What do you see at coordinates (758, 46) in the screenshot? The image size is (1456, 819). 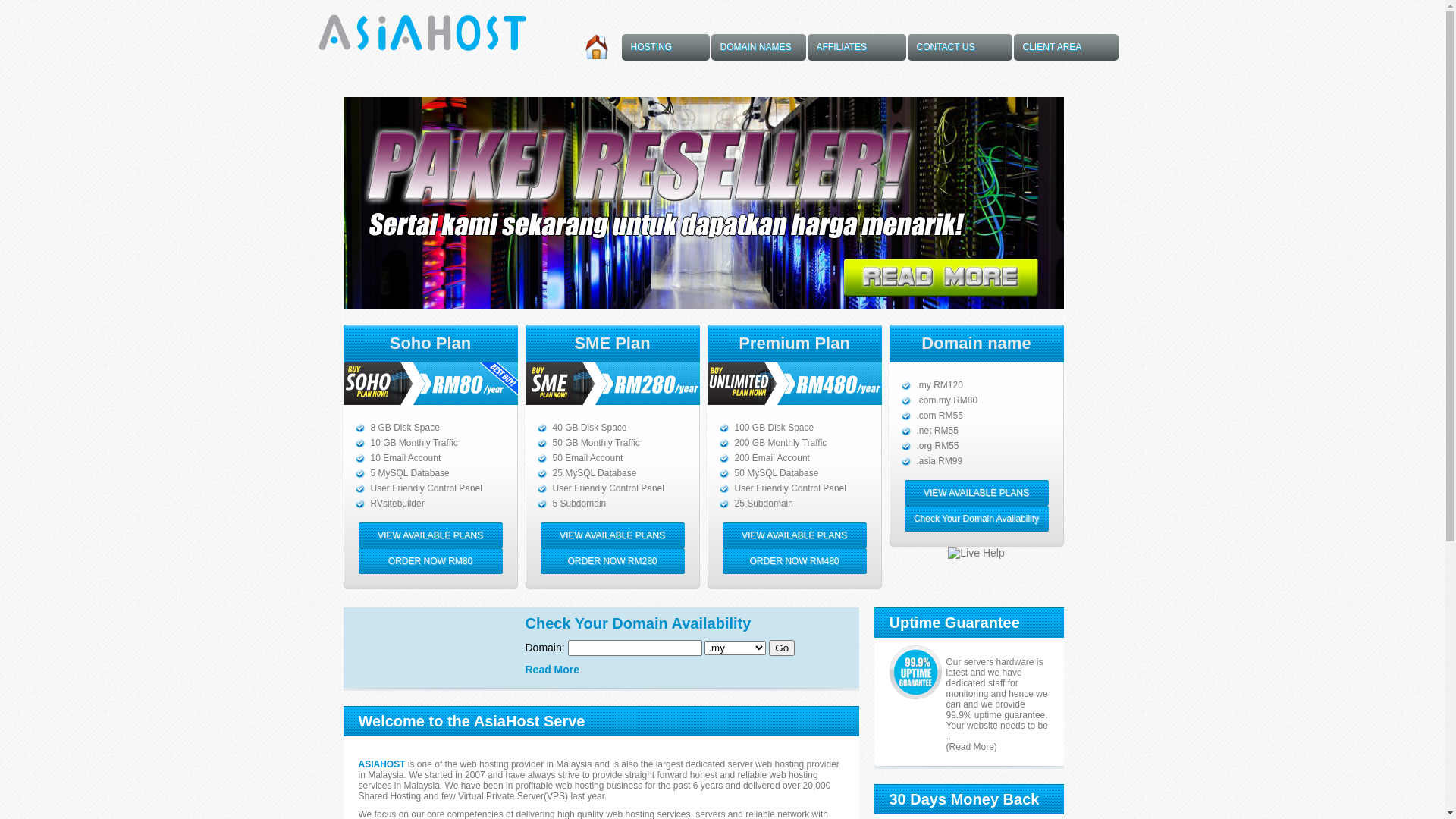 I see `'DOMAIN NAMES'` at bounding box center [758, 46].